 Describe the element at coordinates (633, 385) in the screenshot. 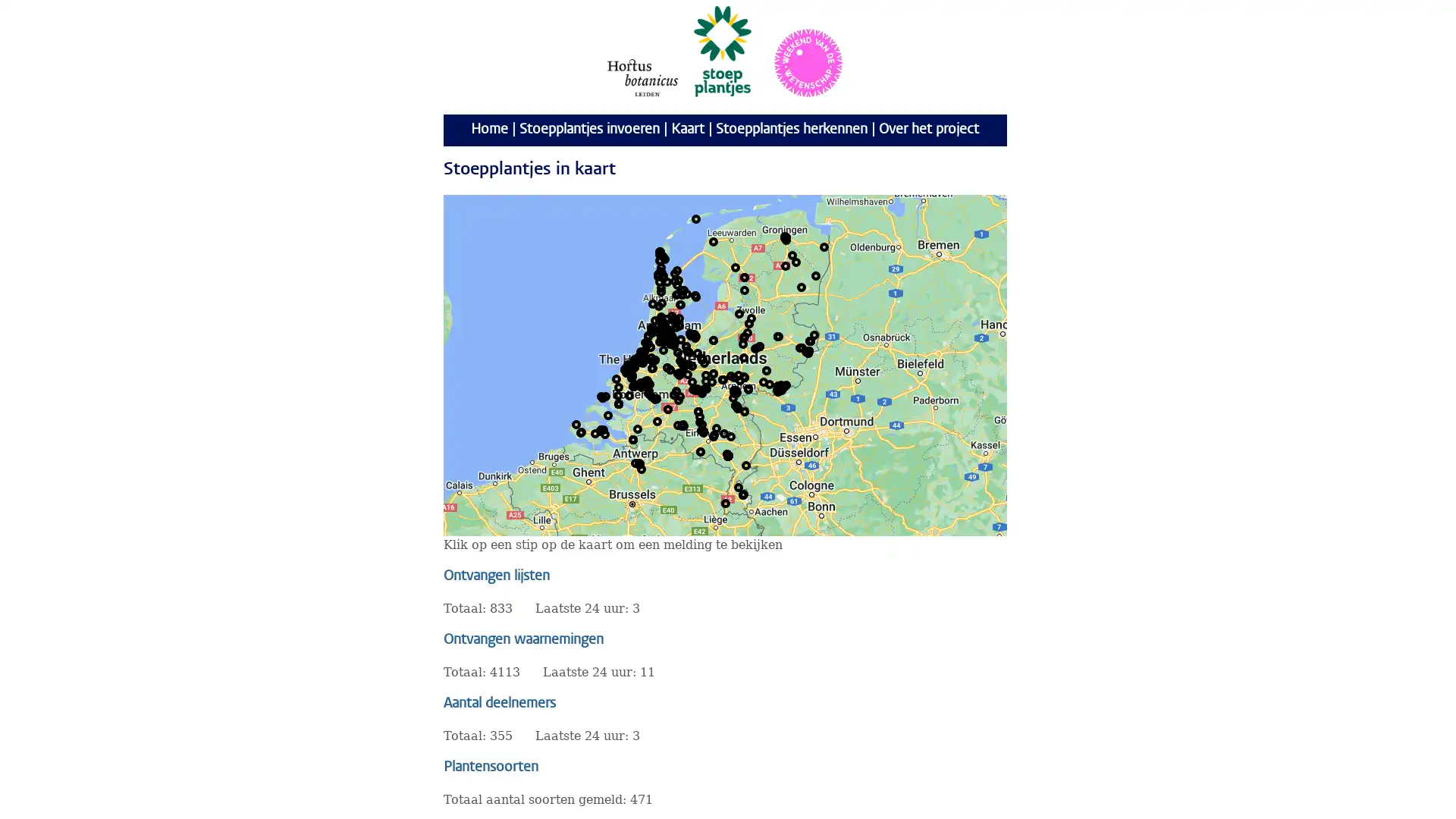

I see `Telling van op 30 mei 2022` at that location.